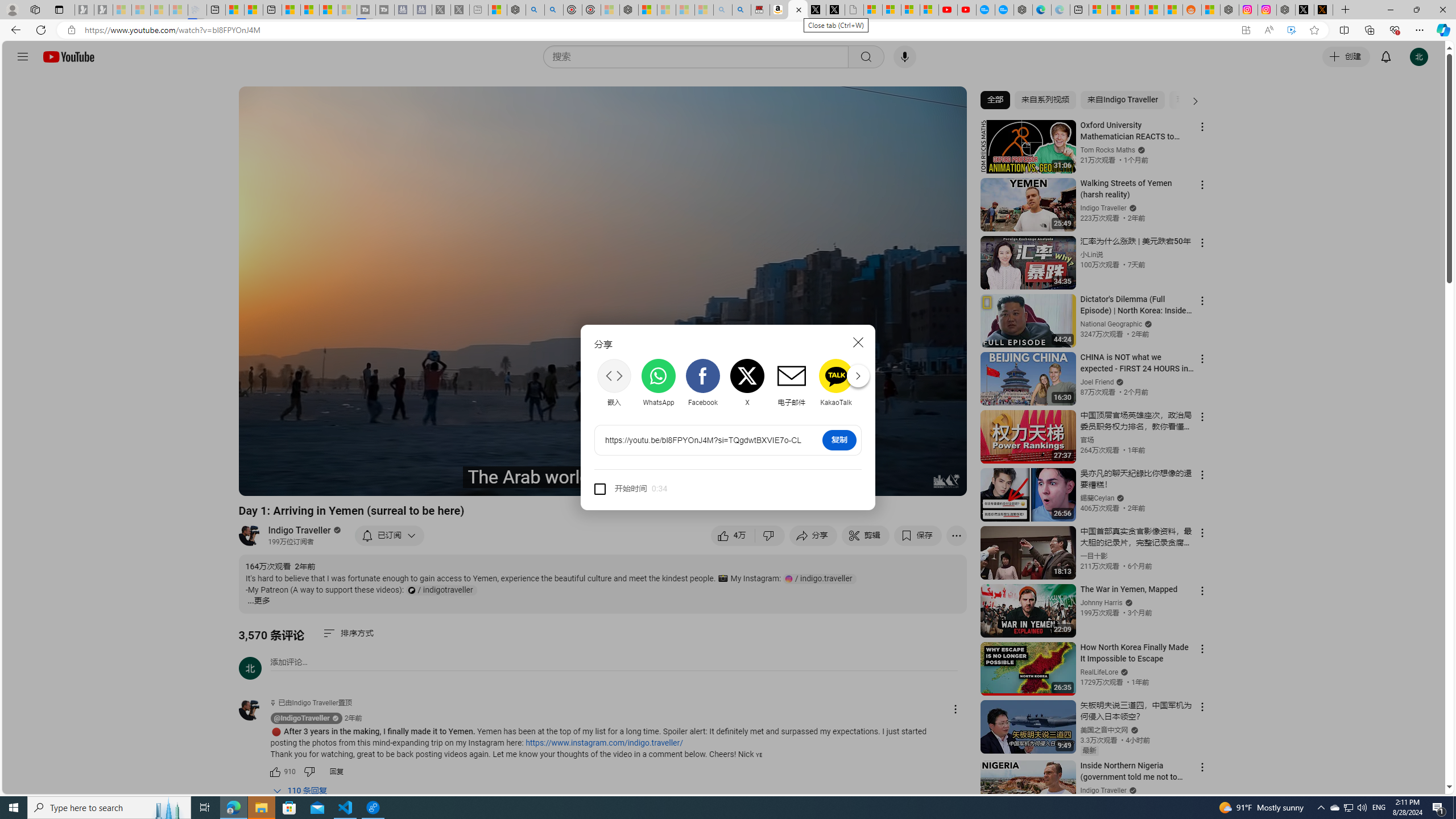  I want to click on 'AutomationID: share-url', so click(702, 440).